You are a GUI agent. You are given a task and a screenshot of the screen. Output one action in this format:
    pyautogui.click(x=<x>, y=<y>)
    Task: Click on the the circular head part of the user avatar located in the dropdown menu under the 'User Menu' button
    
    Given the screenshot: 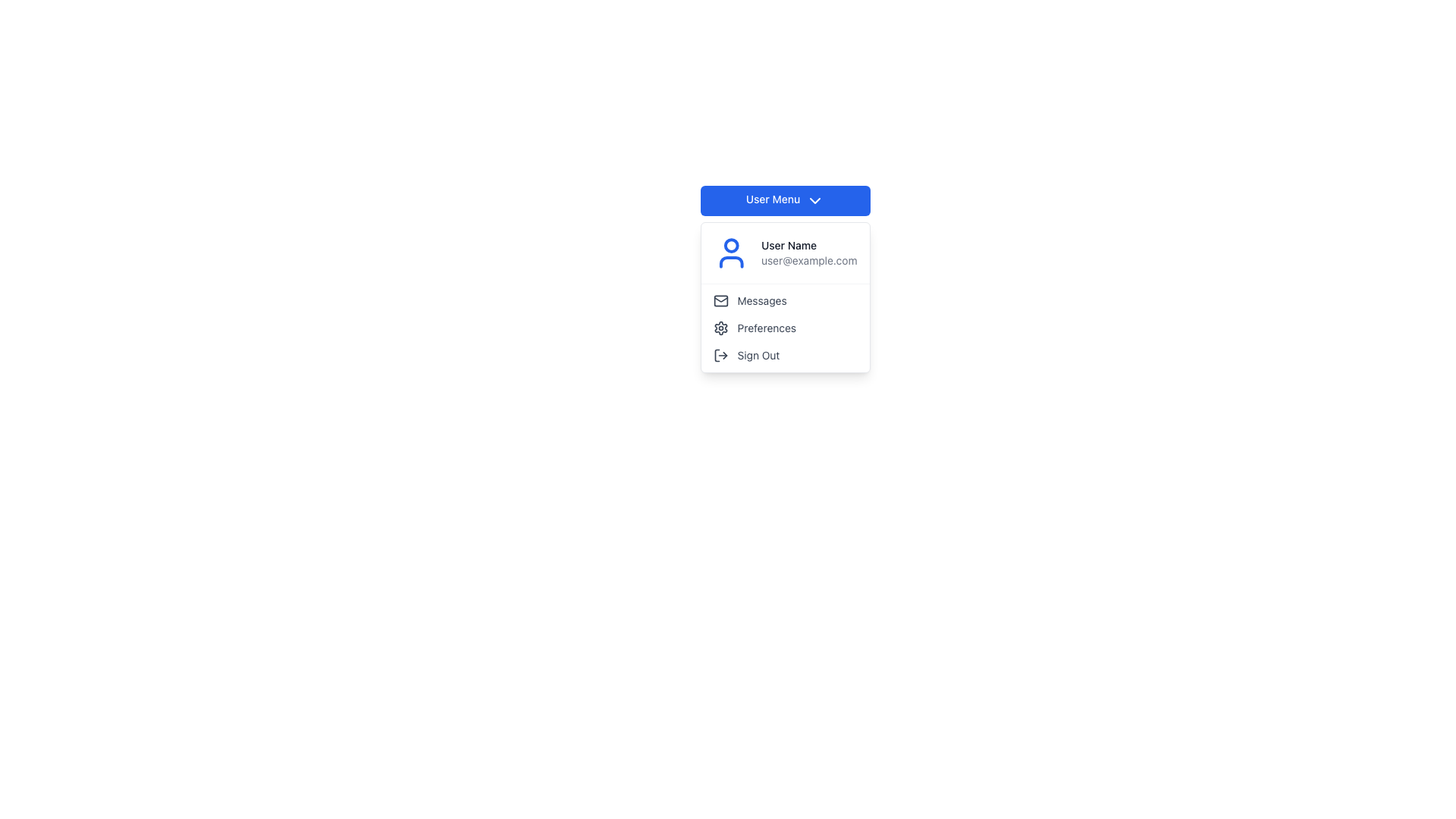 What is the action you would take?
    pyautogui.click(x=731, y=245)
    